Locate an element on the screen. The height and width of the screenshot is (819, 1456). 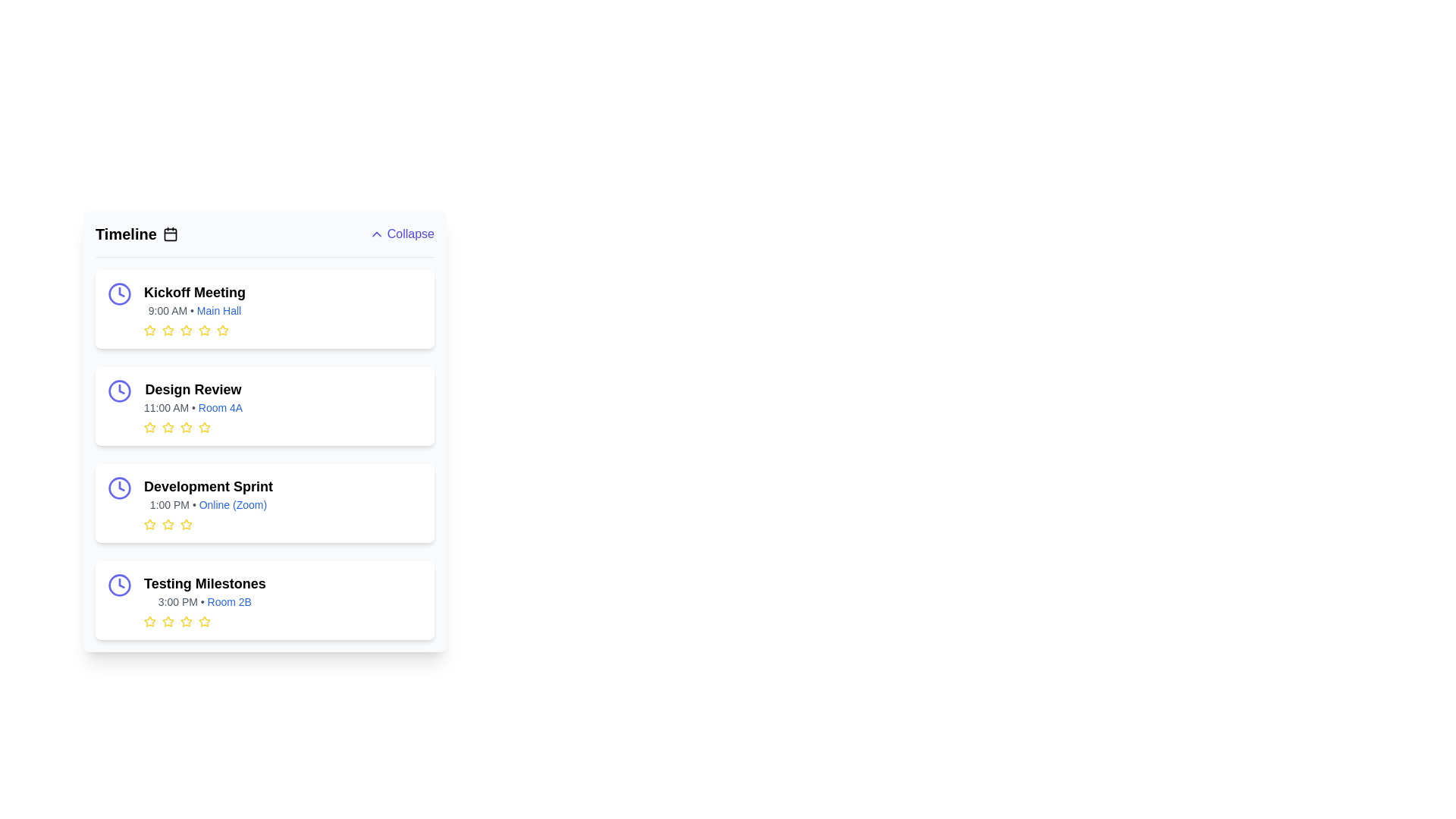
the first star icon in the horizontal row of five stars under the 'Kickoff Meeting' event details in the vertical timeline interface is located at coordinates (149, 329).